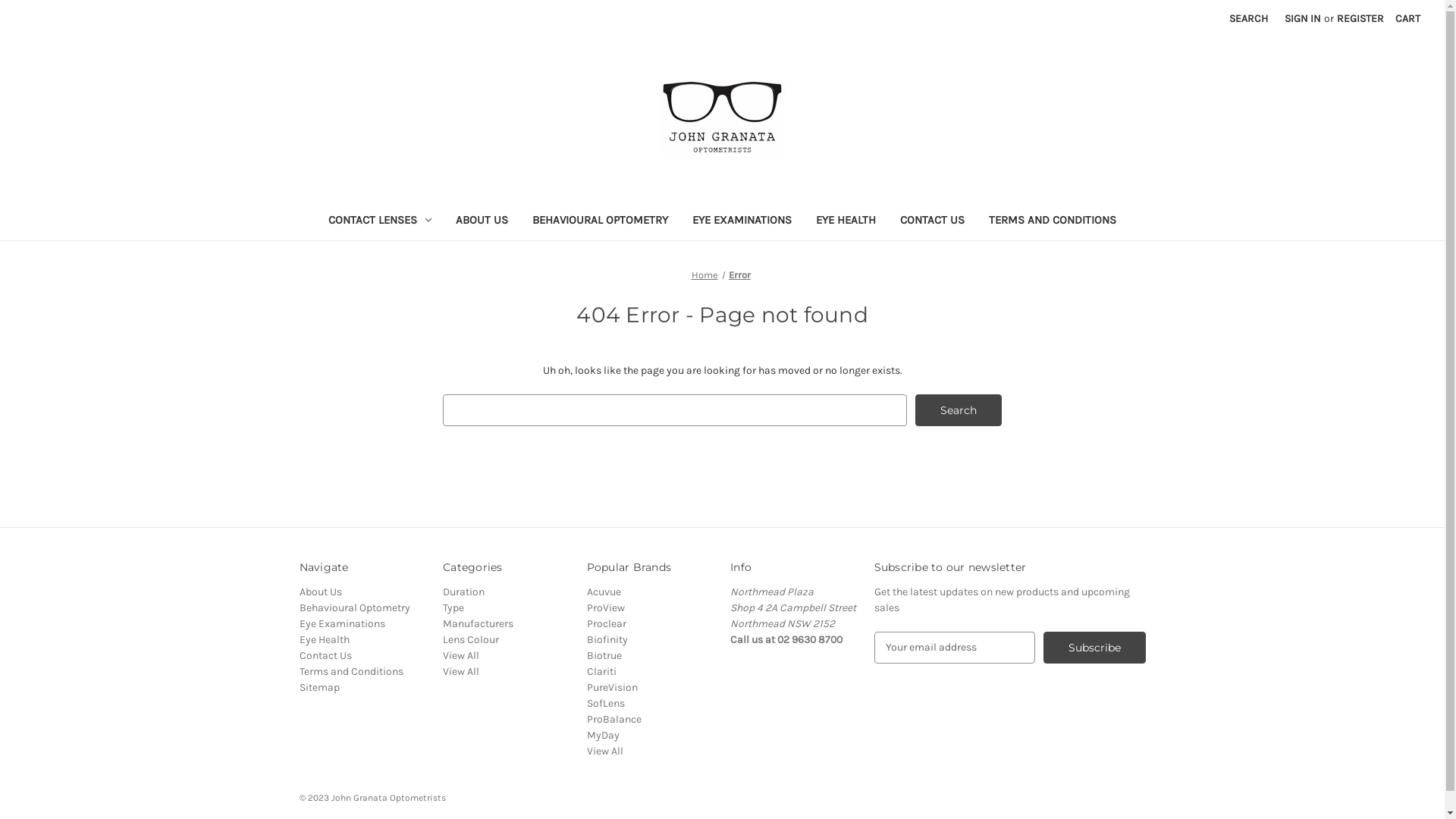  I want to click on 'REGISTER', so click(1360, 18).